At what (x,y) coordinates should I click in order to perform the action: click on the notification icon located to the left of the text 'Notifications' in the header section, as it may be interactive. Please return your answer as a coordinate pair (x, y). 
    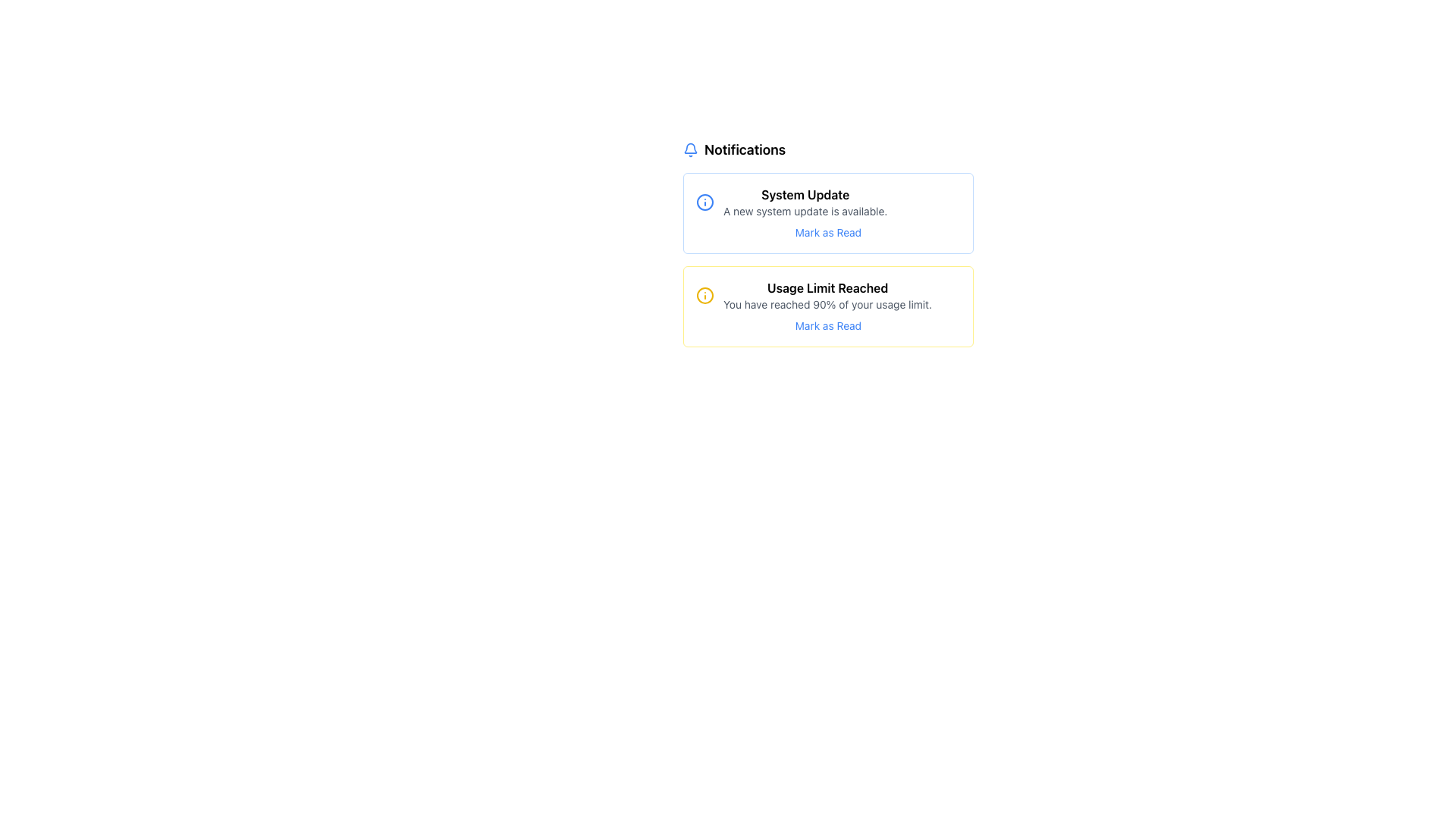
    Looking at the image, I should click on (690, 149).